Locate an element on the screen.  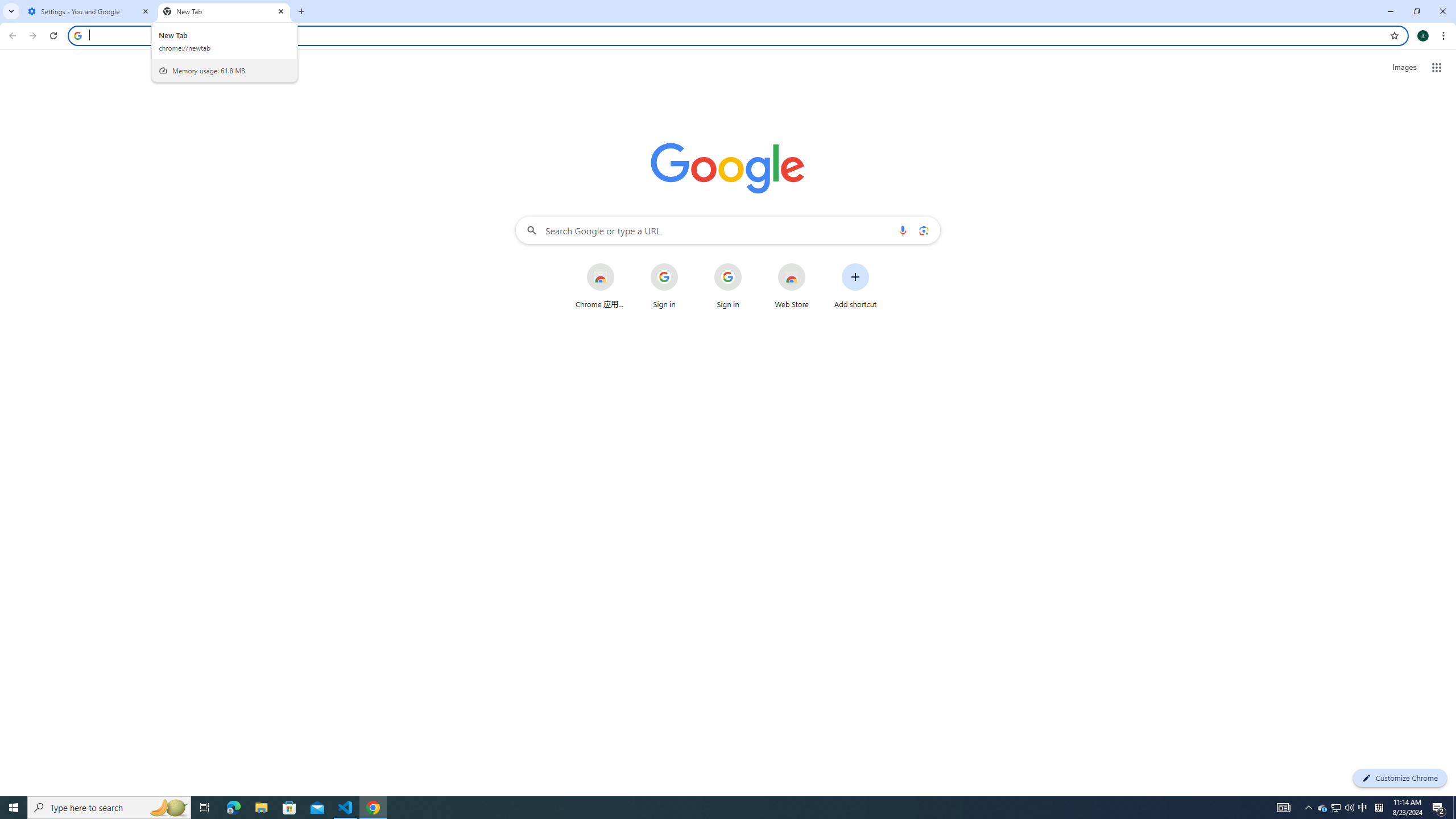
'Search for Images ' is located at coordinates (1404, 67).